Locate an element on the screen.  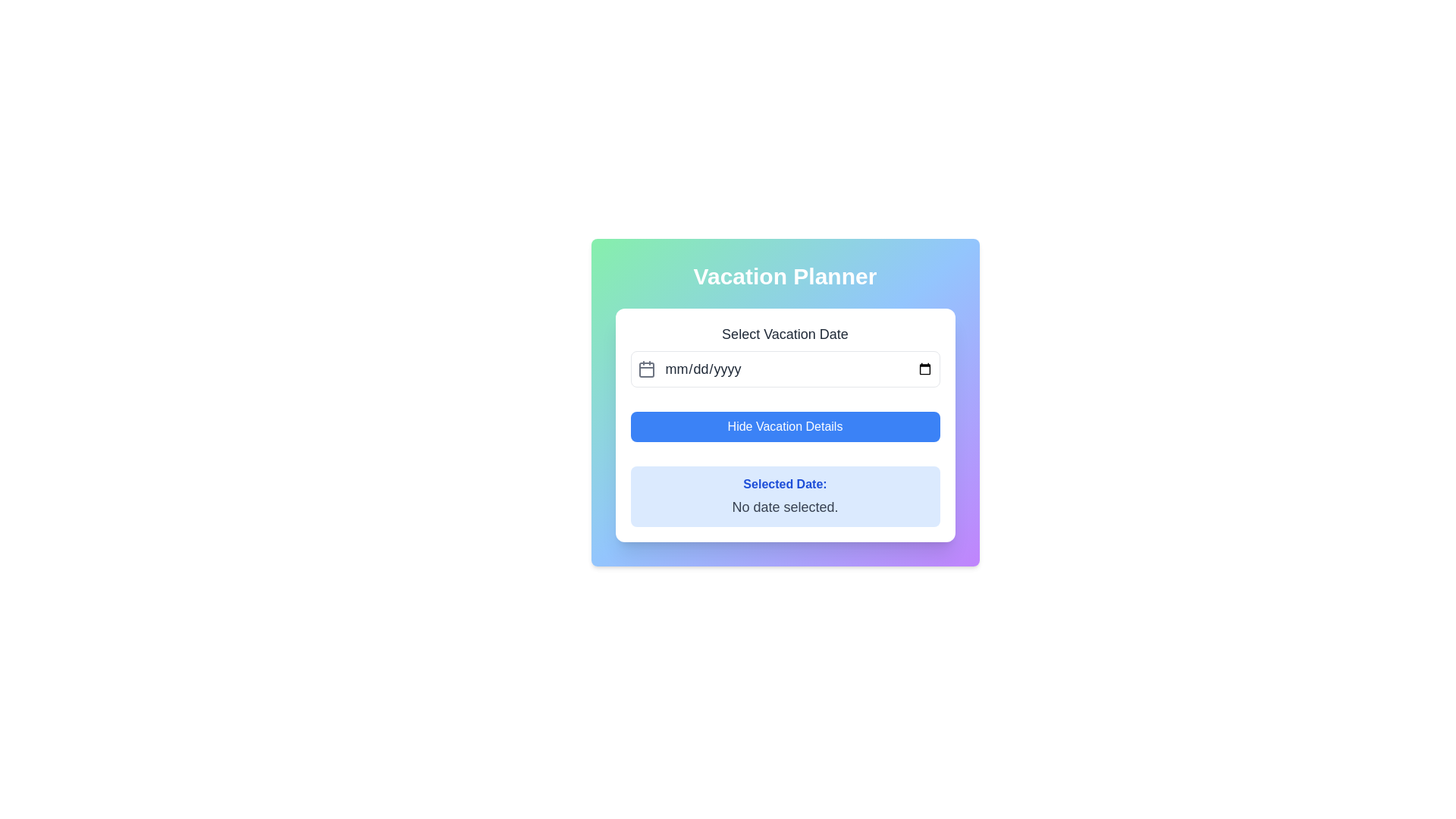
the text label displaying 'Selected Date:' which is styled in a bold blue font and located in a light blue background area, positioned beneath the 'Hide Vacation Details' button is located at coordinates (785, 485).